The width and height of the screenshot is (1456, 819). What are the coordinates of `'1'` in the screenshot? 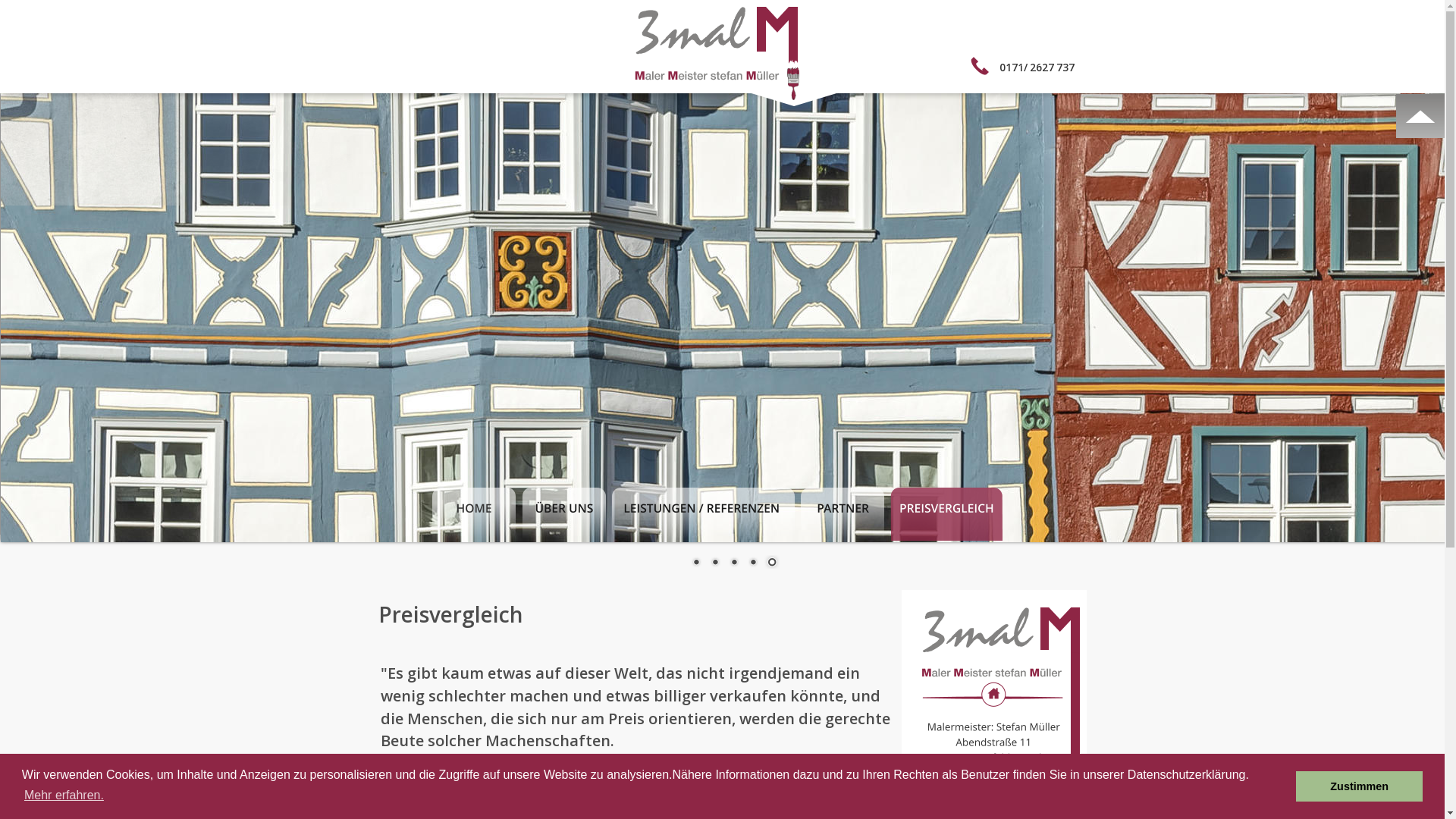 It's located at (694, 563).